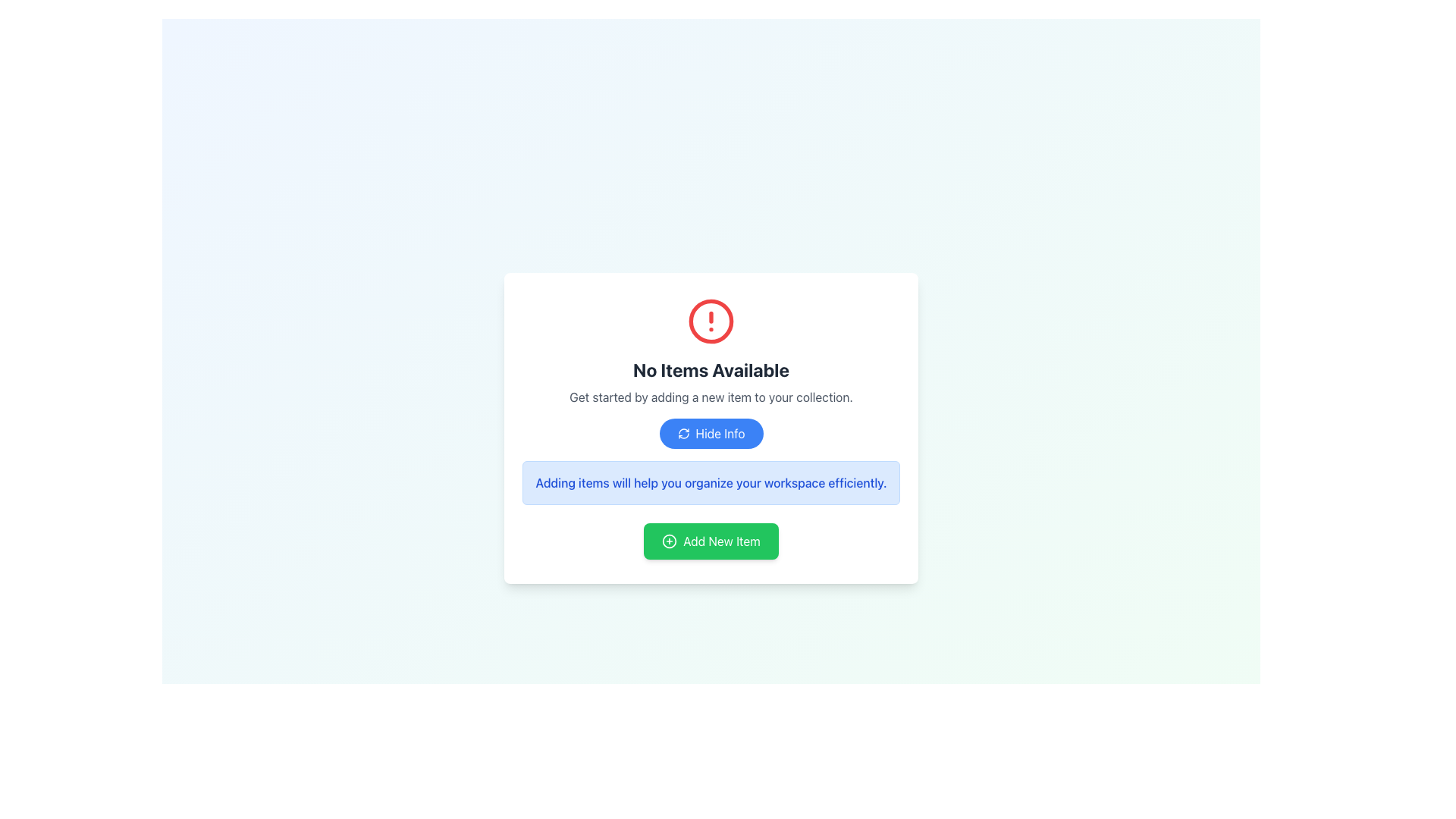 This screenshot has height=819, width=1456. Describe the element at coordinates (710, 482) in the screenshot. I see `the informative text element that advises users about the benefits of adding items to their workspace, which is centrally positioned within a blue-bordered rectangular section, located below the 'Hide Info' button and above the 'Add New Item' button` at that location.